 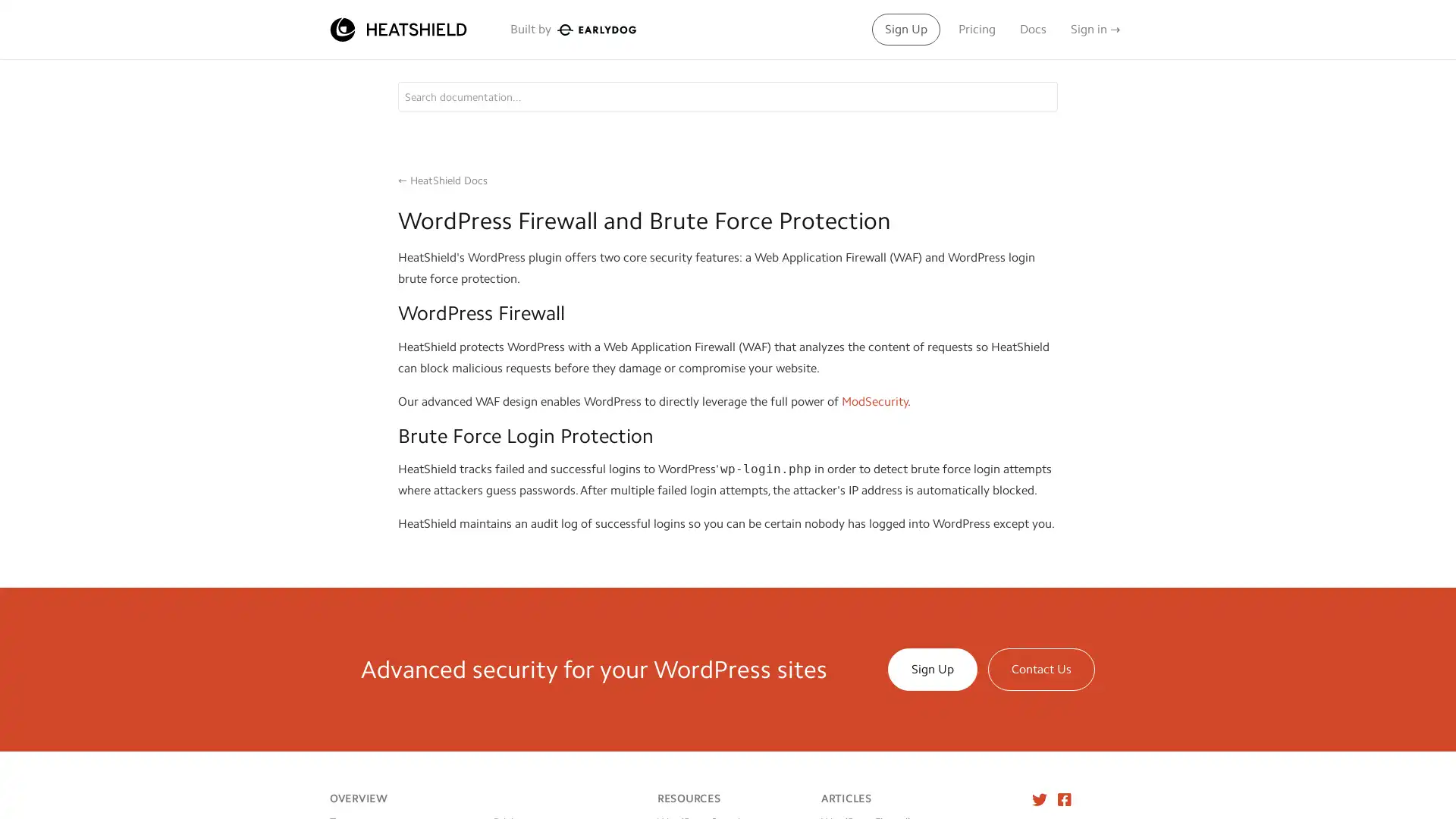 I want to click on Sign in, so click(x=1095, y=29).